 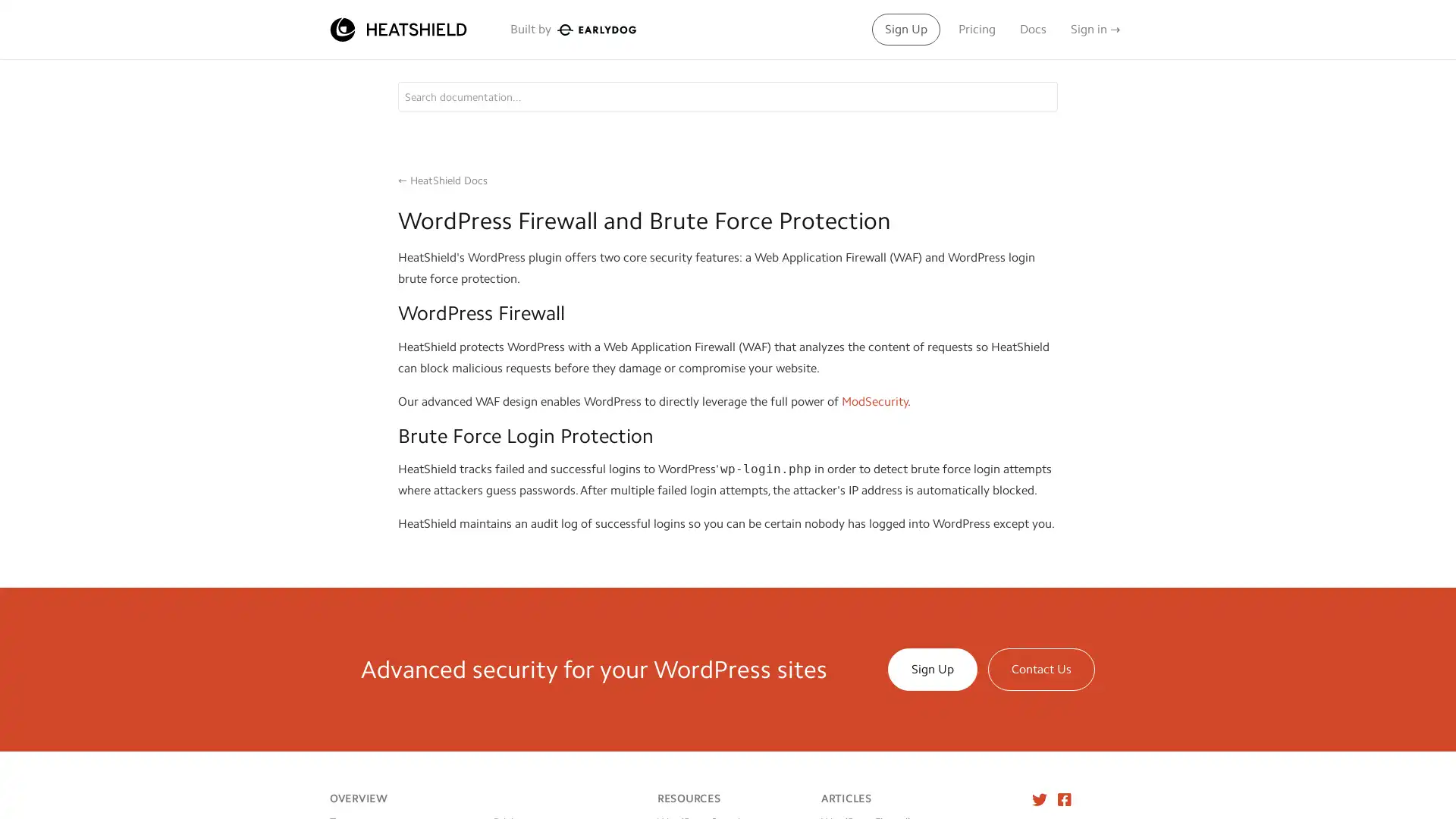 I want to click on Sign in, so click(x=1095, y=29).